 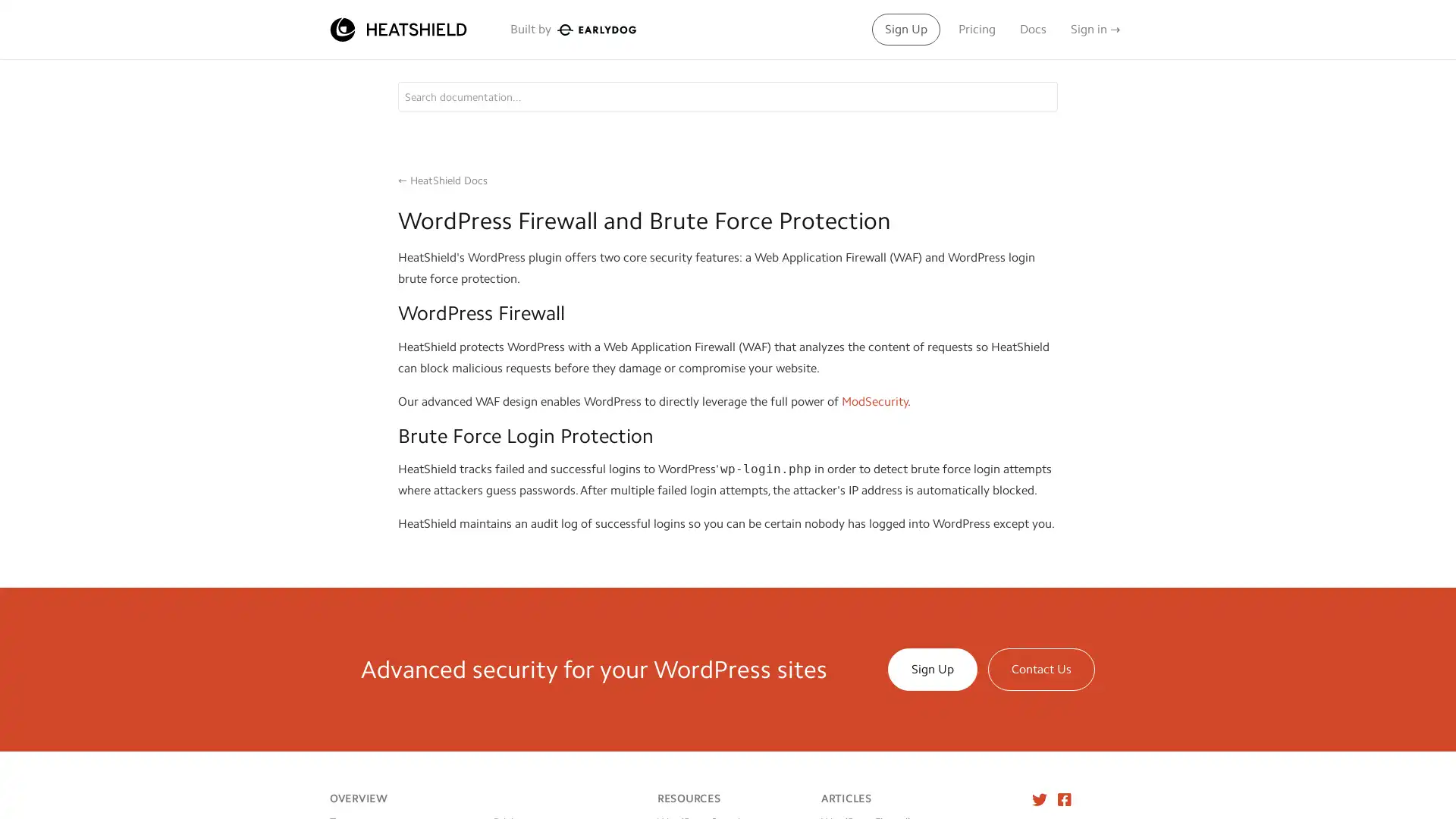 I want to click on Sign in, so click(x=1095, y=29).